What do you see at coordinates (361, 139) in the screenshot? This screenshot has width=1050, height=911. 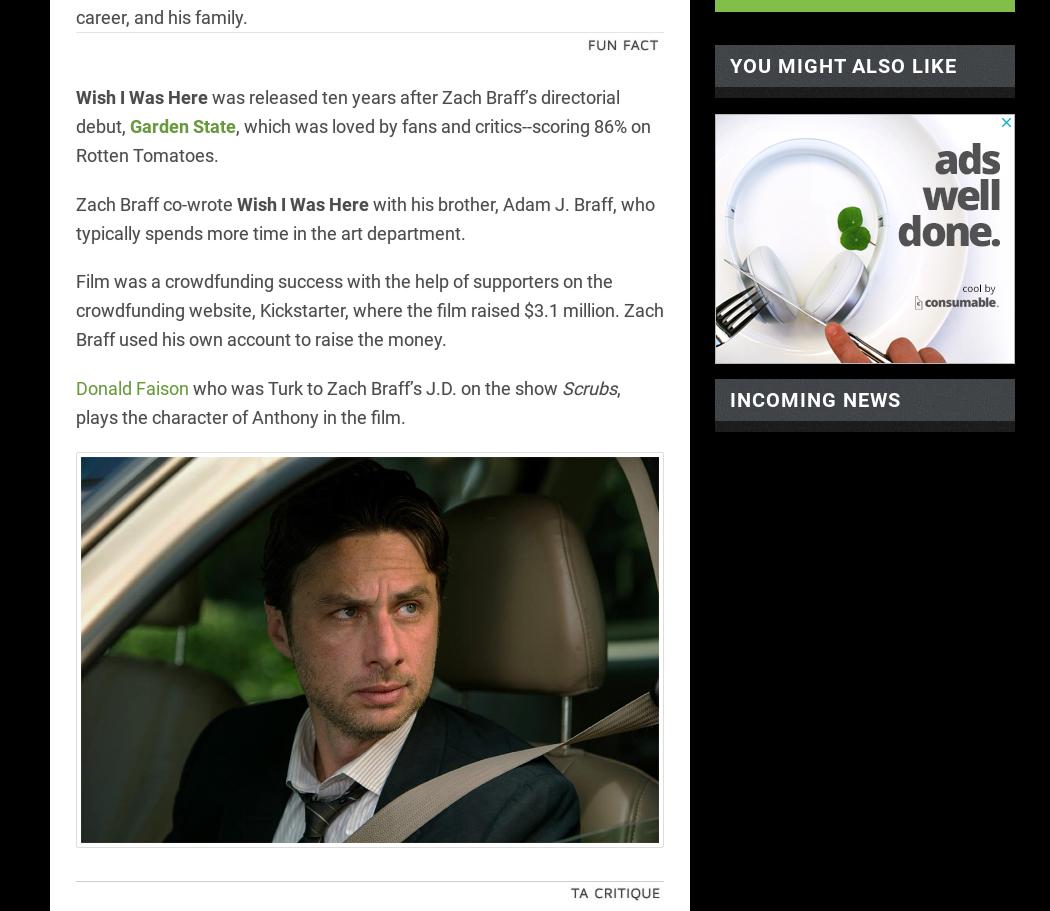 I see `', which was loved by fans and critics--scoring 86% on Rotten Tomatoes.'` at bounding box center [361, 139].